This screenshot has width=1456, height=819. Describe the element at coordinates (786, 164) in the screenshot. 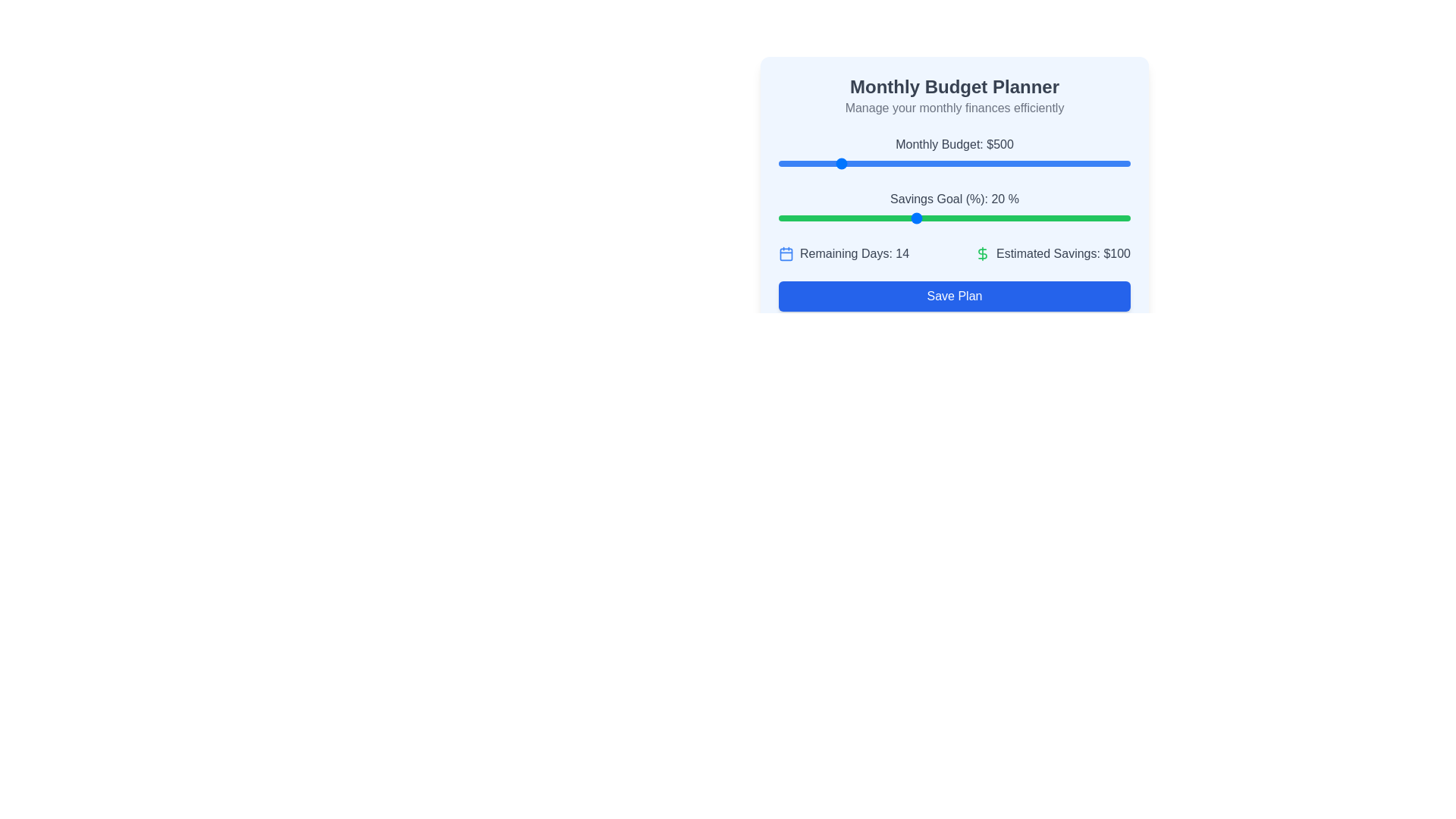

I see `the budget` at that location.